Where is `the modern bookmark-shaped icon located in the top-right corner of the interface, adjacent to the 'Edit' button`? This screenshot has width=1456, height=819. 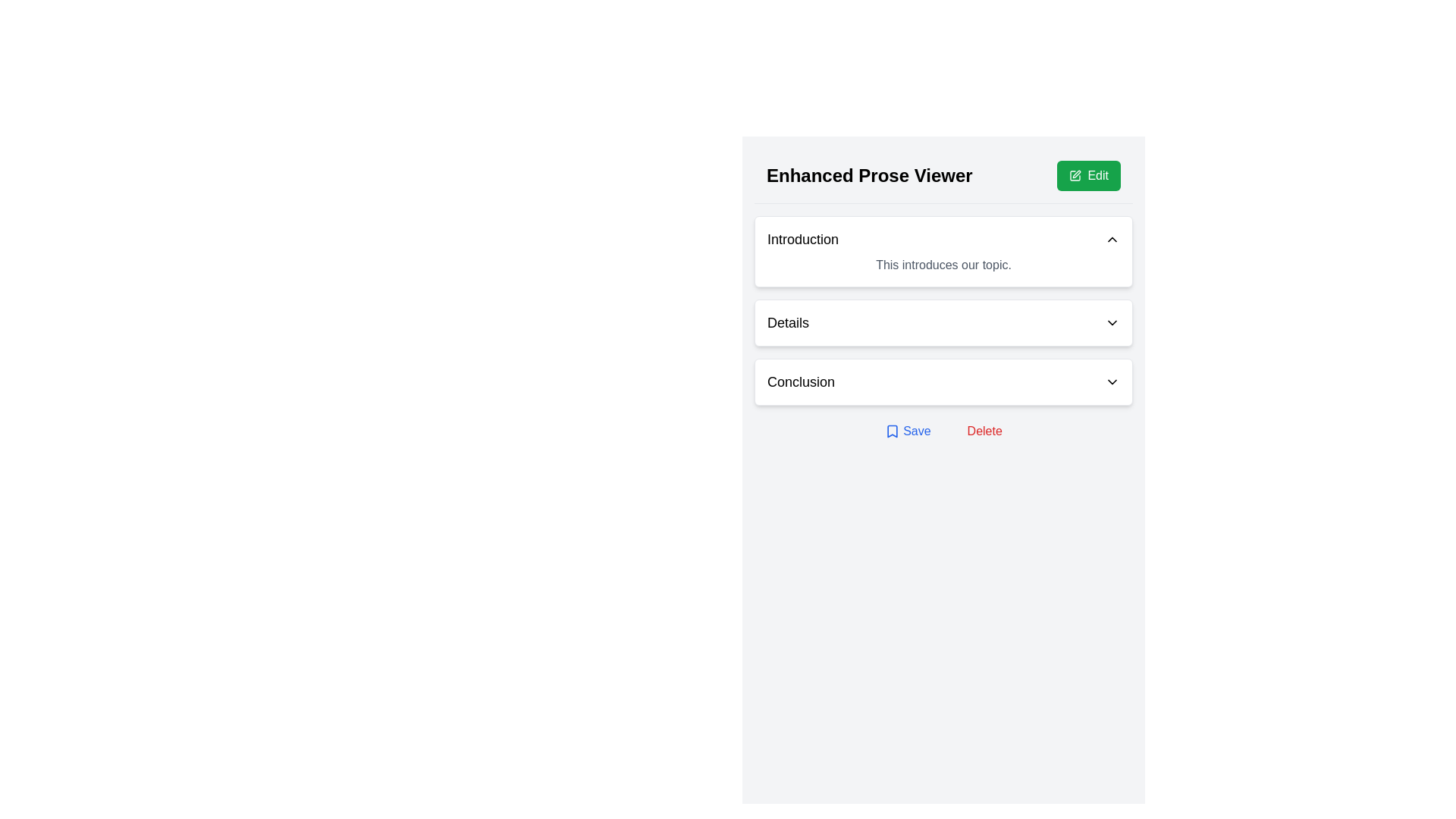 the modern bookmark-shaped icon located in the top-right corner of the interface, adjacent to the 'Edit' button is located at coordinates (893, 431).